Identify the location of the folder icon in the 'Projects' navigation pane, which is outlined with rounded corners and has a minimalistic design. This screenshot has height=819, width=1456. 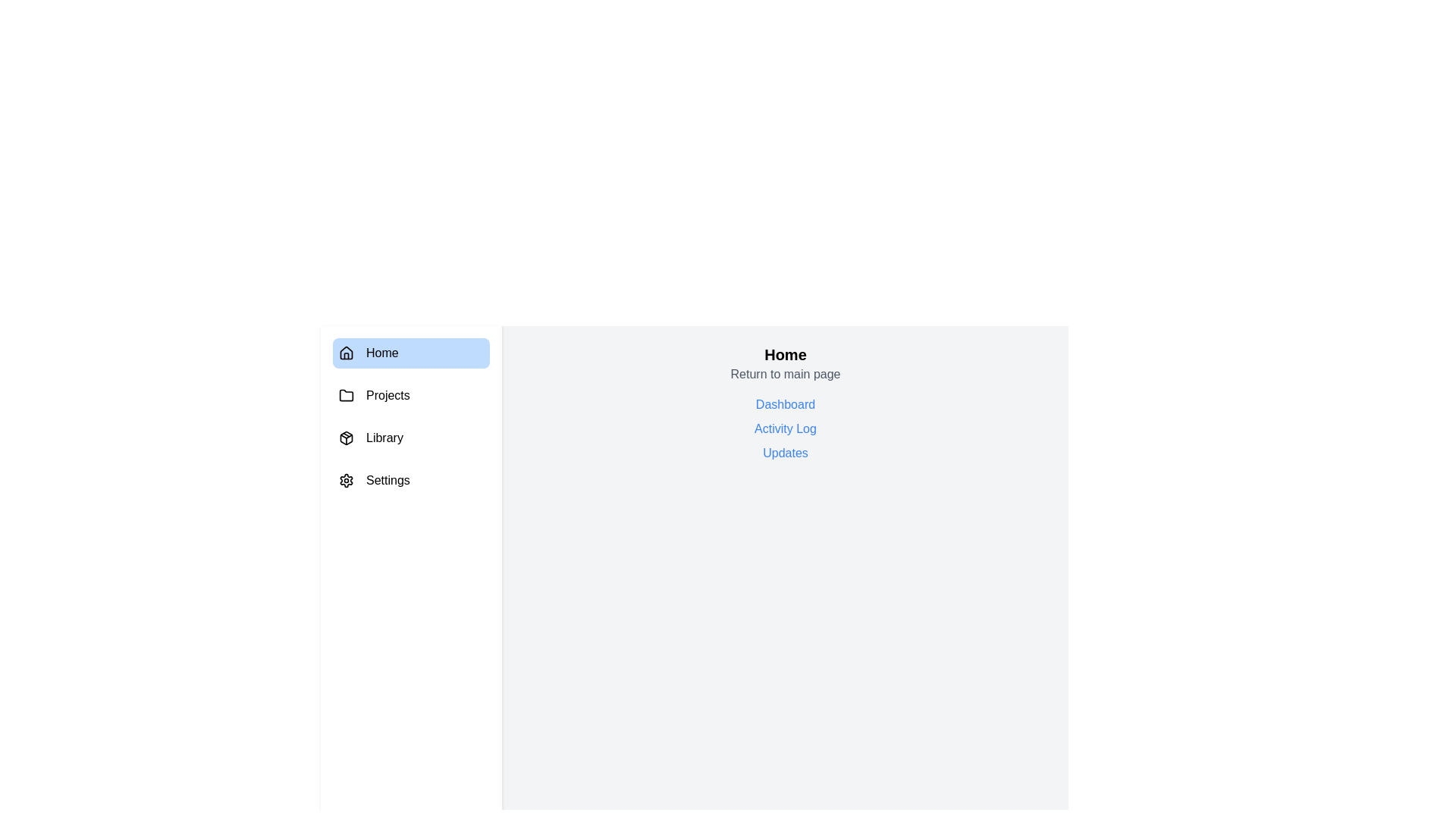
(345, 394).